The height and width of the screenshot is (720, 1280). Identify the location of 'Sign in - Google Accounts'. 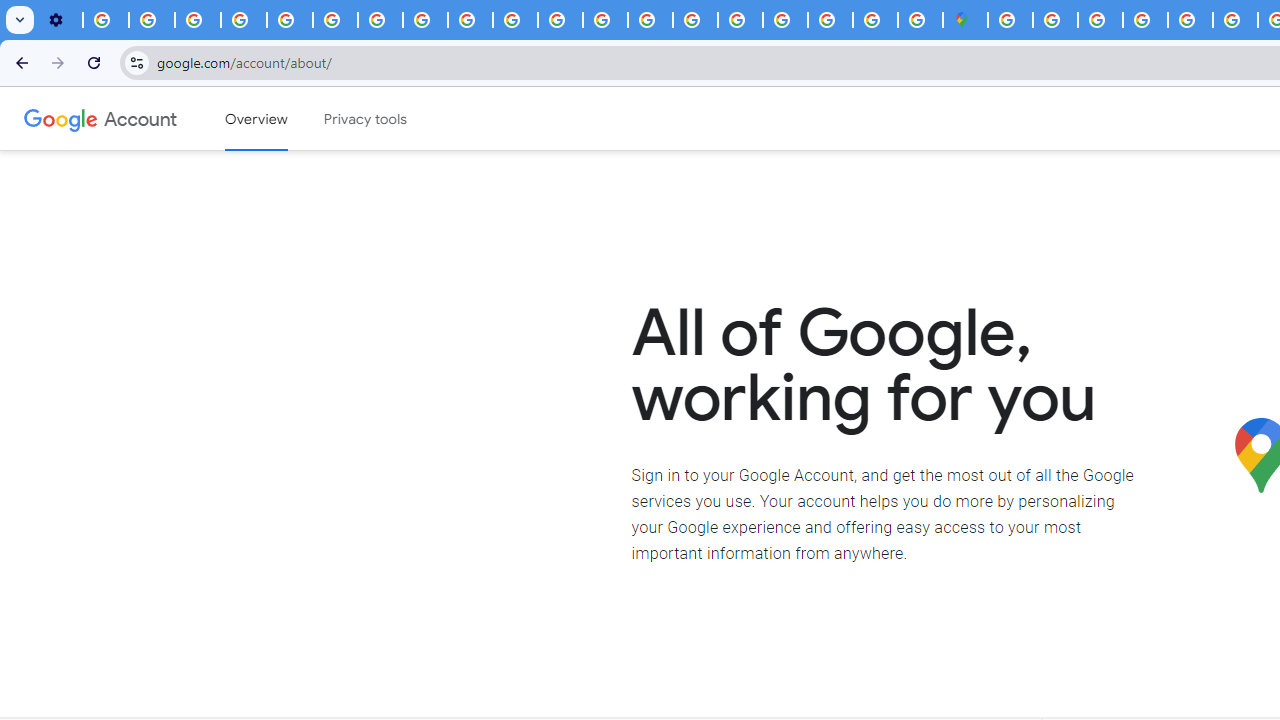
(1054, 20).